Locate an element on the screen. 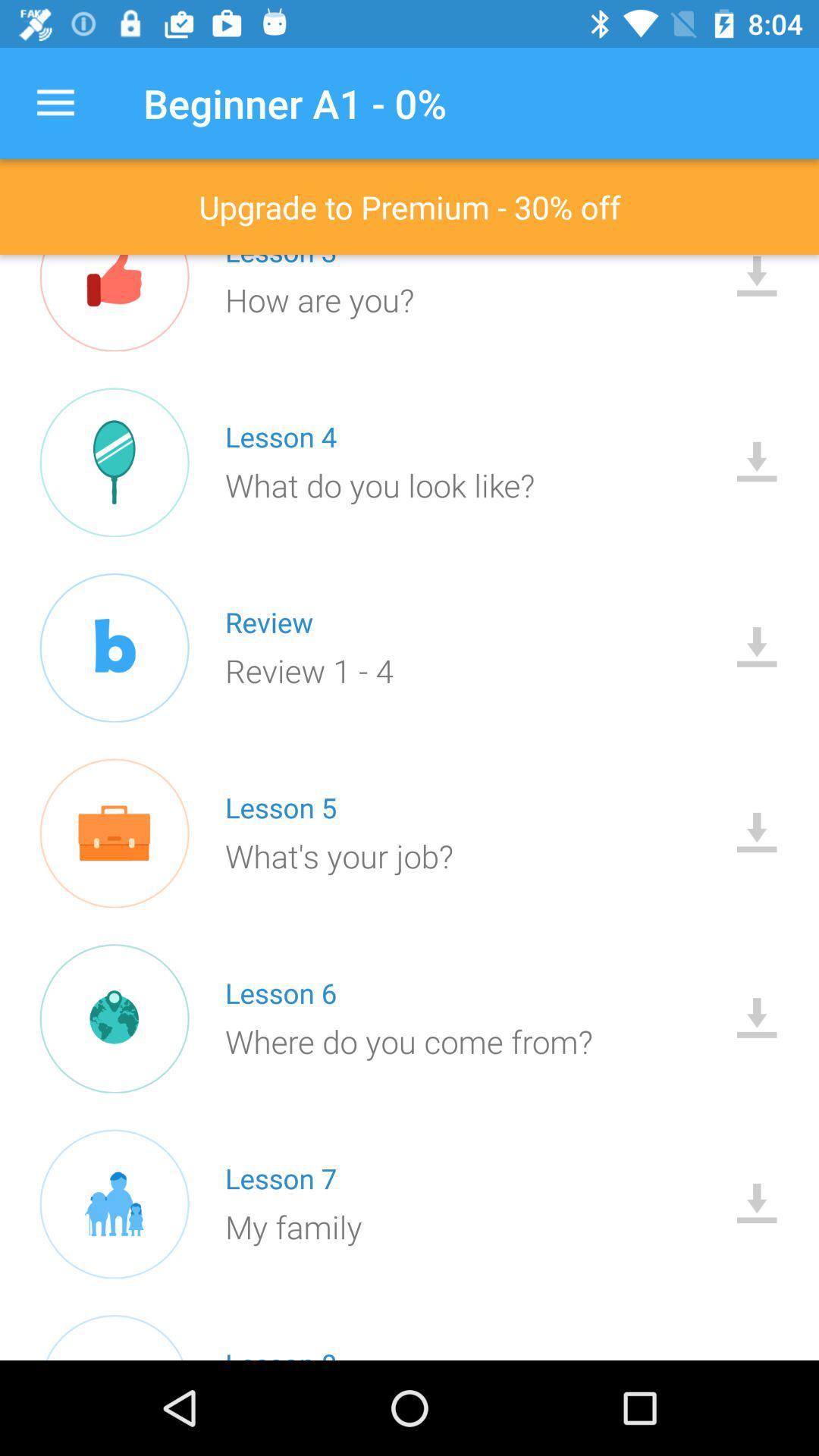 Image resolution: width=819 pixels, height=1456 pixels. the upgrade to premium is located at coordinates (409, 206).